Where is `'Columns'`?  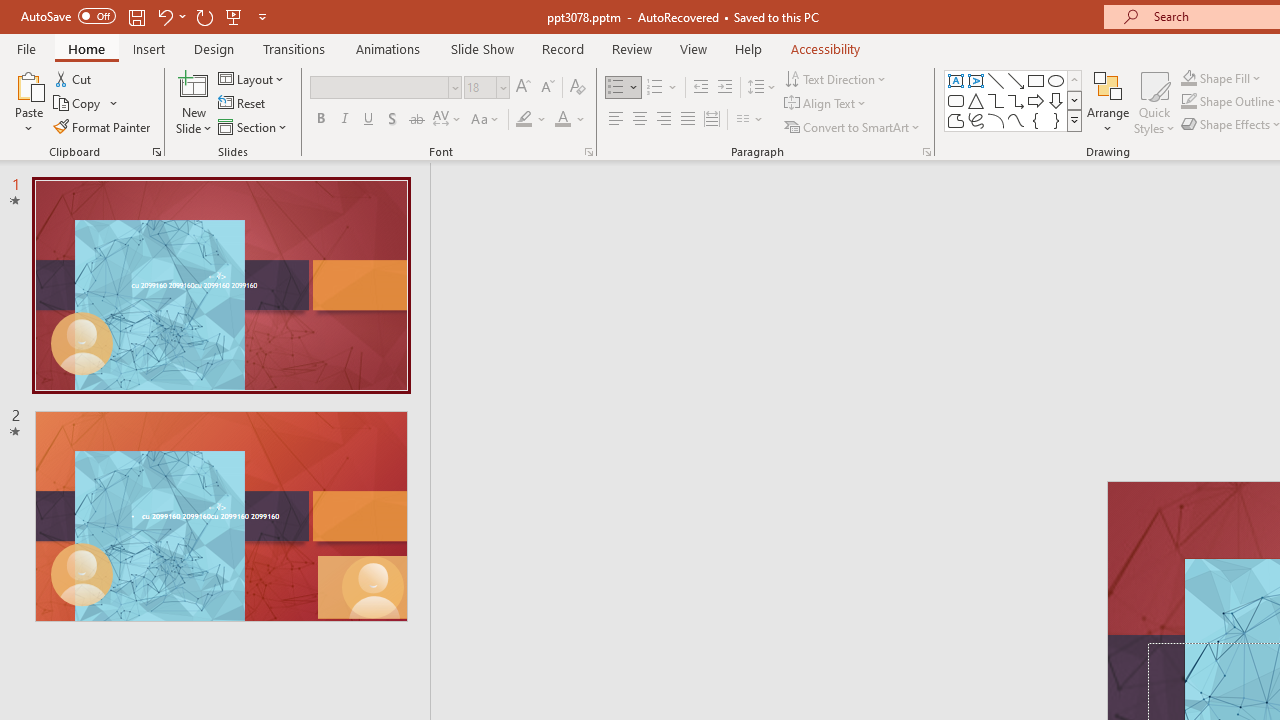
'Columns' is located at coordinates (749, 119).